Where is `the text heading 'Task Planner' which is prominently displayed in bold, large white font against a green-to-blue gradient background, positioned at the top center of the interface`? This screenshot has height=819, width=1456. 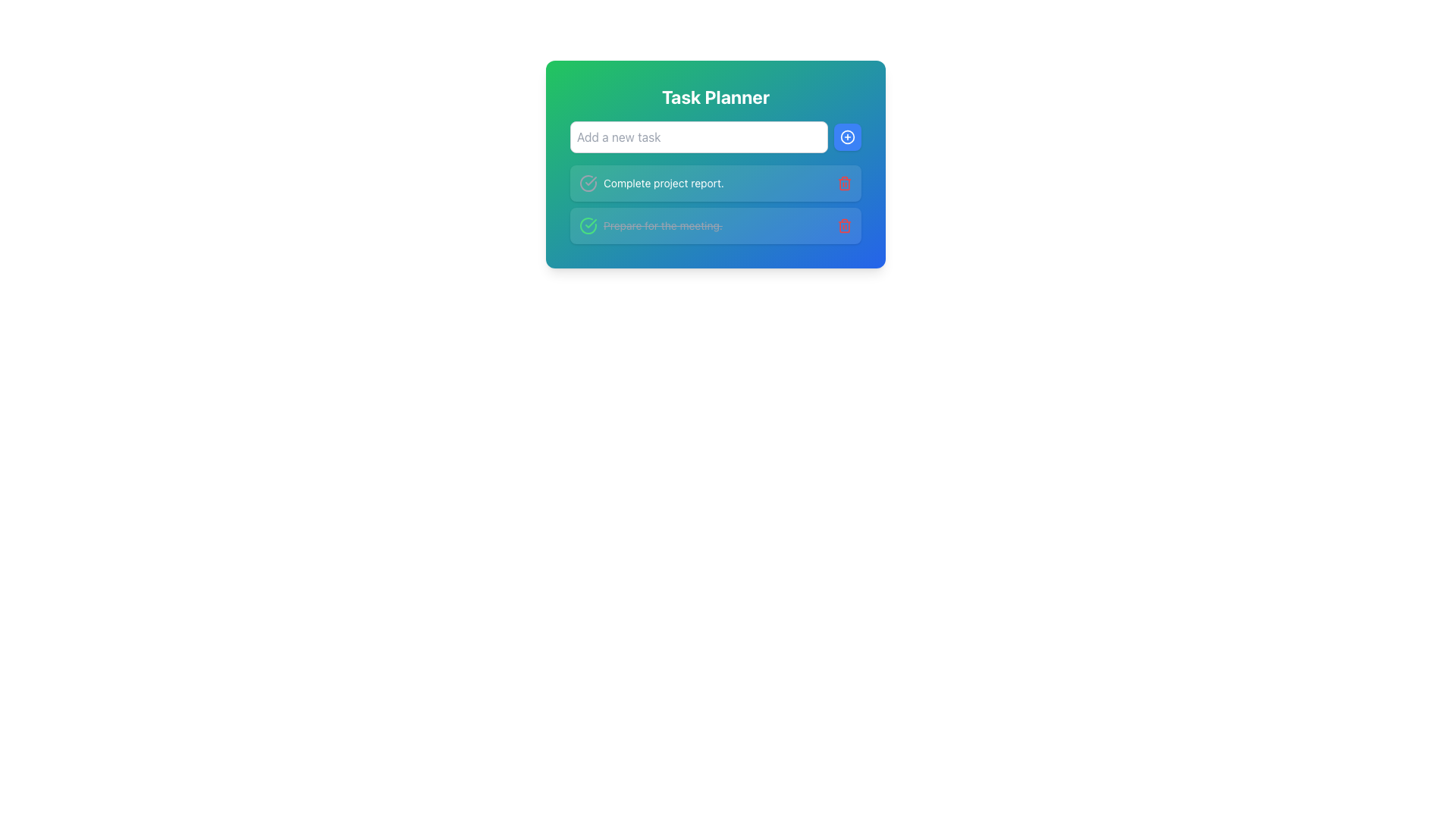
the text heading 'Task Planner' which is prominently displayed in bold, large white font against a green-to-blue gradient background, positioned at the top center of the interface is located at coordinates (715, 96).